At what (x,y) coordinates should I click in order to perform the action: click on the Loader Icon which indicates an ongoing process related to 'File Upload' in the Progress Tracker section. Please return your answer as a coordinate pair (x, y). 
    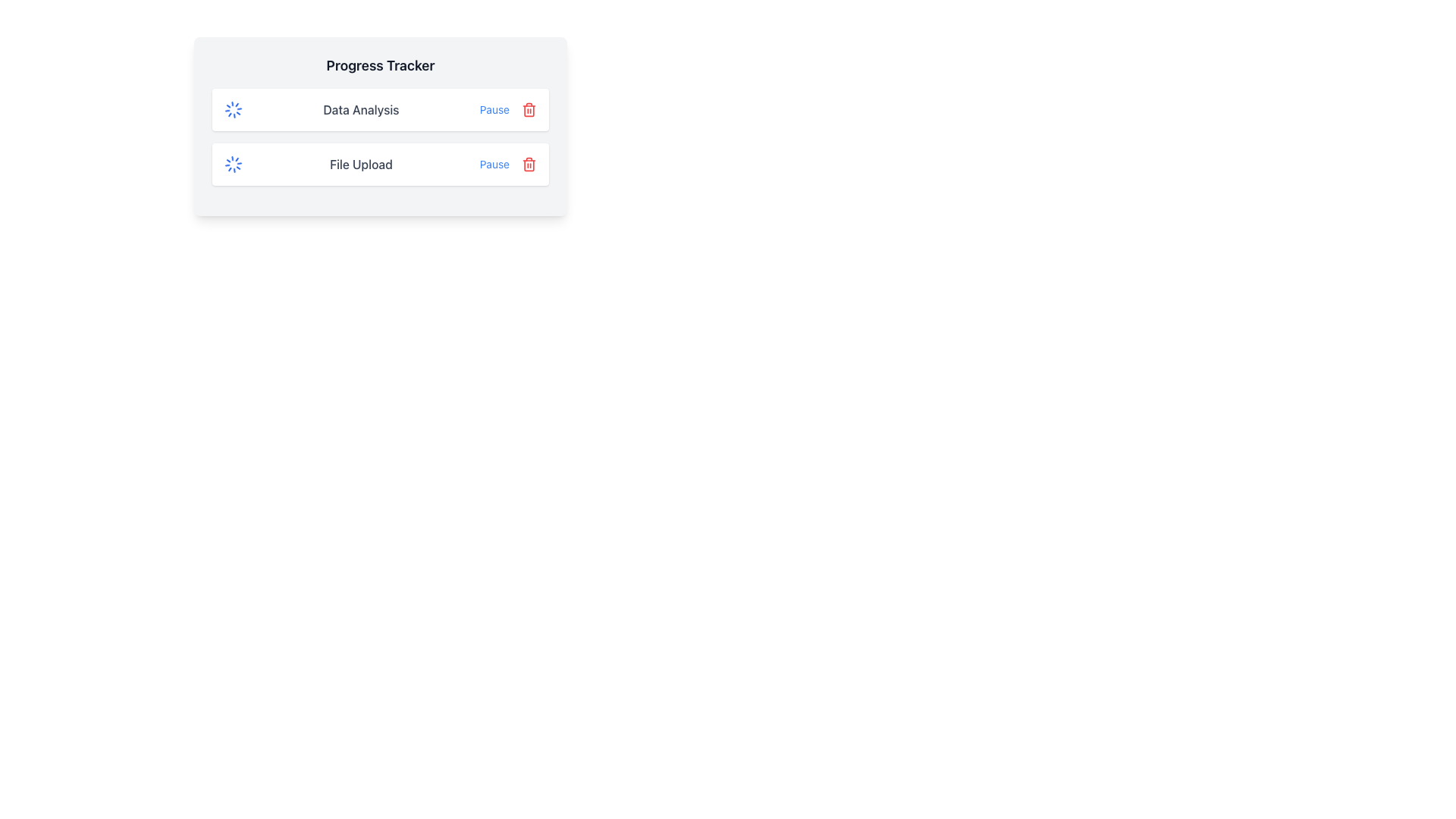
    Looking at the image, I should click on (232, 164).